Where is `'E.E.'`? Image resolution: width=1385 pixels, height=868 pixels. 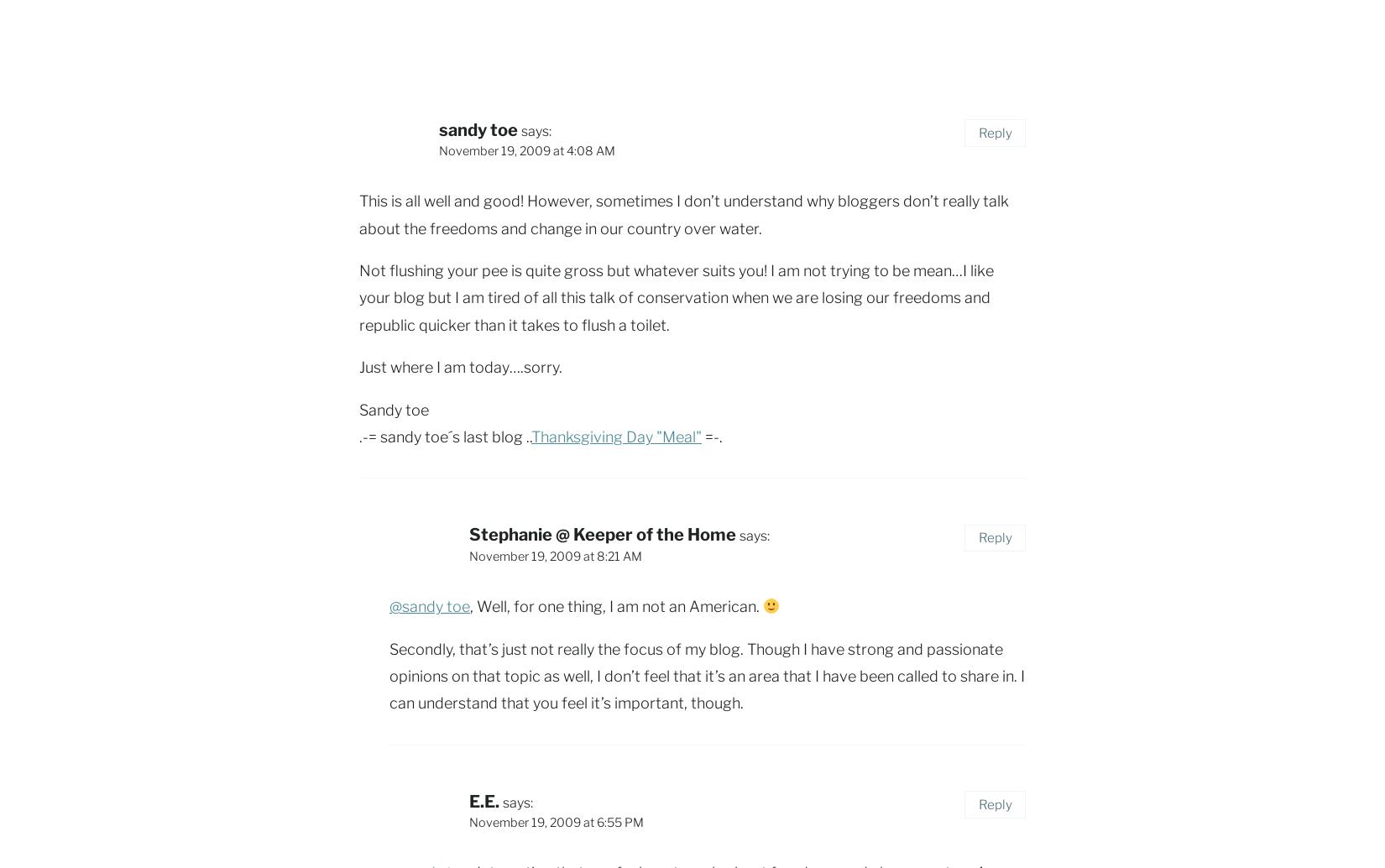 'E.E.' is located at coordinates (483, 799).